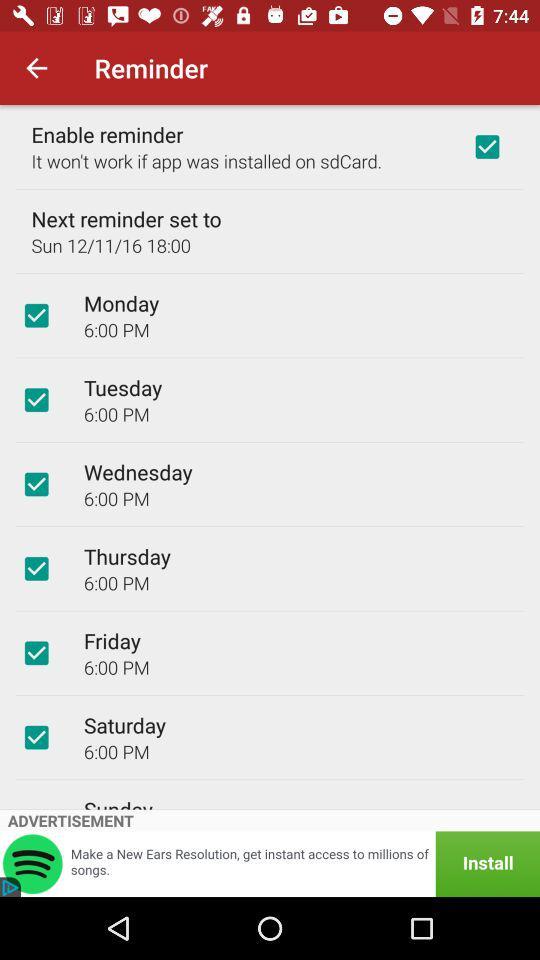 This screenshot has height=960, width=540. I want to click on icon to the left of wednesday, so click(36, 483).